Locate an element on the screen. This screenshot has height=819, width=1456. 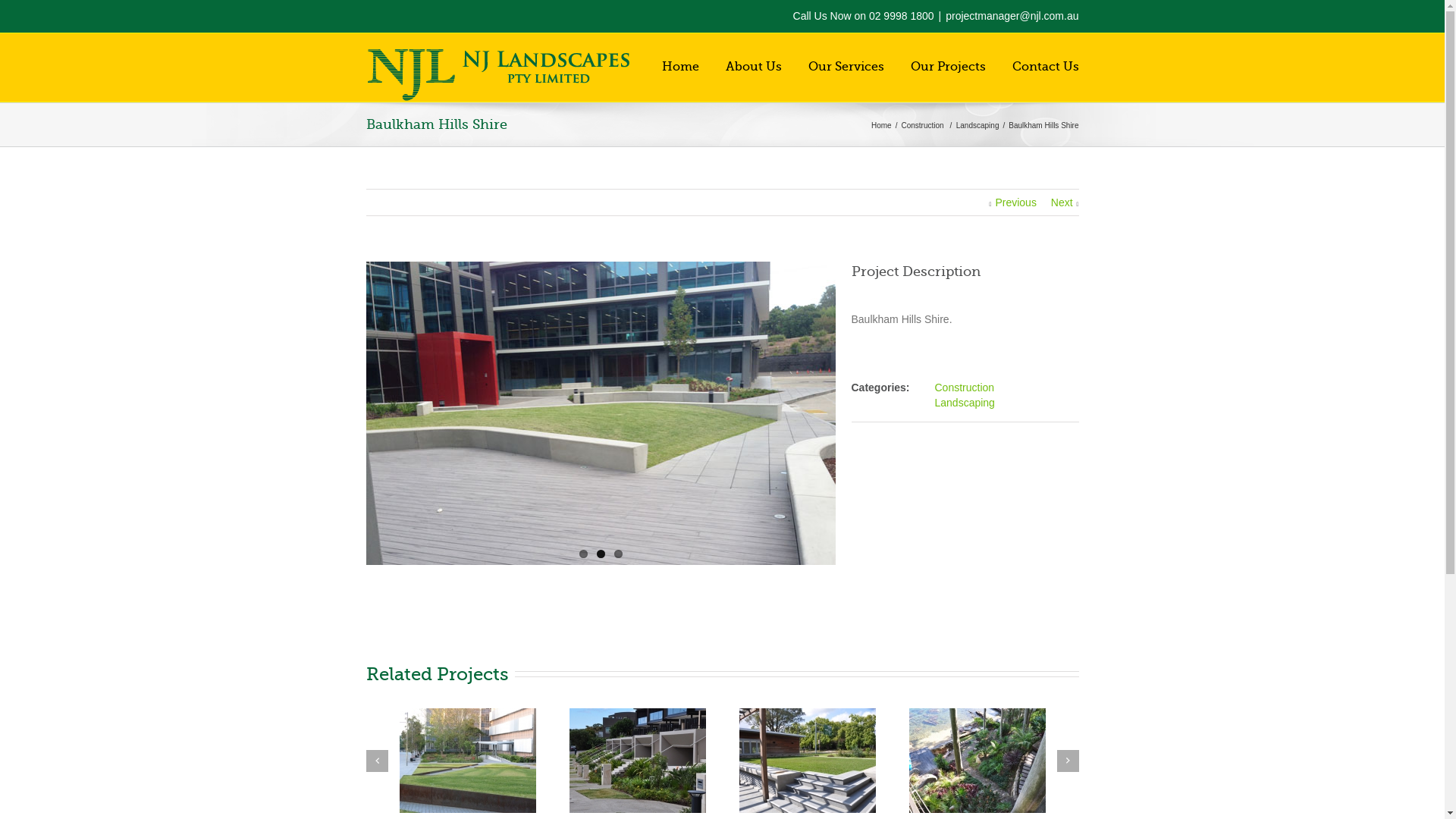
'Previous' is located at coordinates (1012, 201).